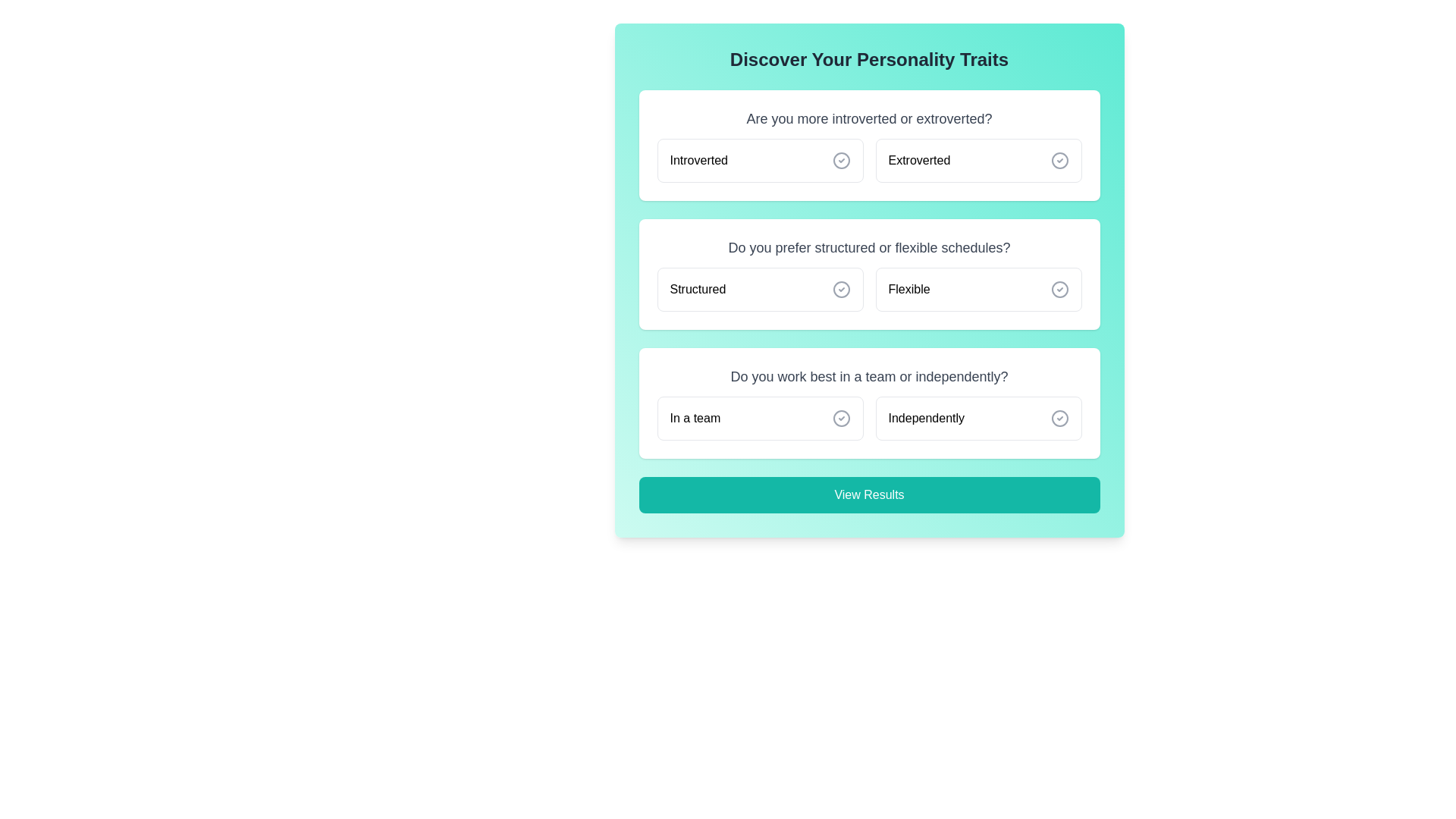 This screenshot has height=819, width=1456. Describe the element at coordinates (840, 289) in the screenshot. I see `the circular radio button icon with a check mark, located to the right of the text 'Structured' in the question 'Do you prefer structured or flexible schedules?'` at that location.